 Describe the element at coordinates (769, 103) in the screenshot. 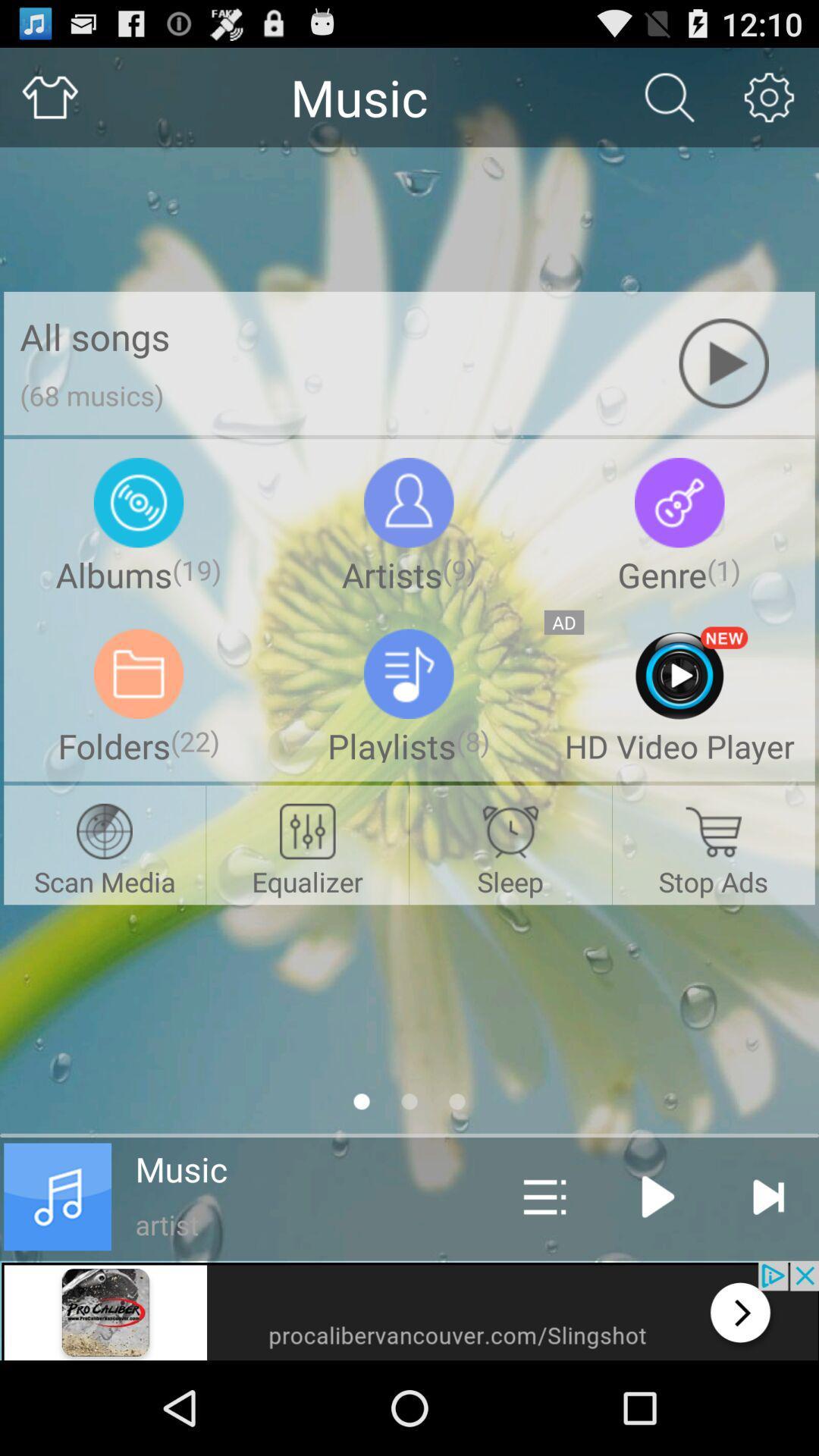

I see `the settings icon` at that location.